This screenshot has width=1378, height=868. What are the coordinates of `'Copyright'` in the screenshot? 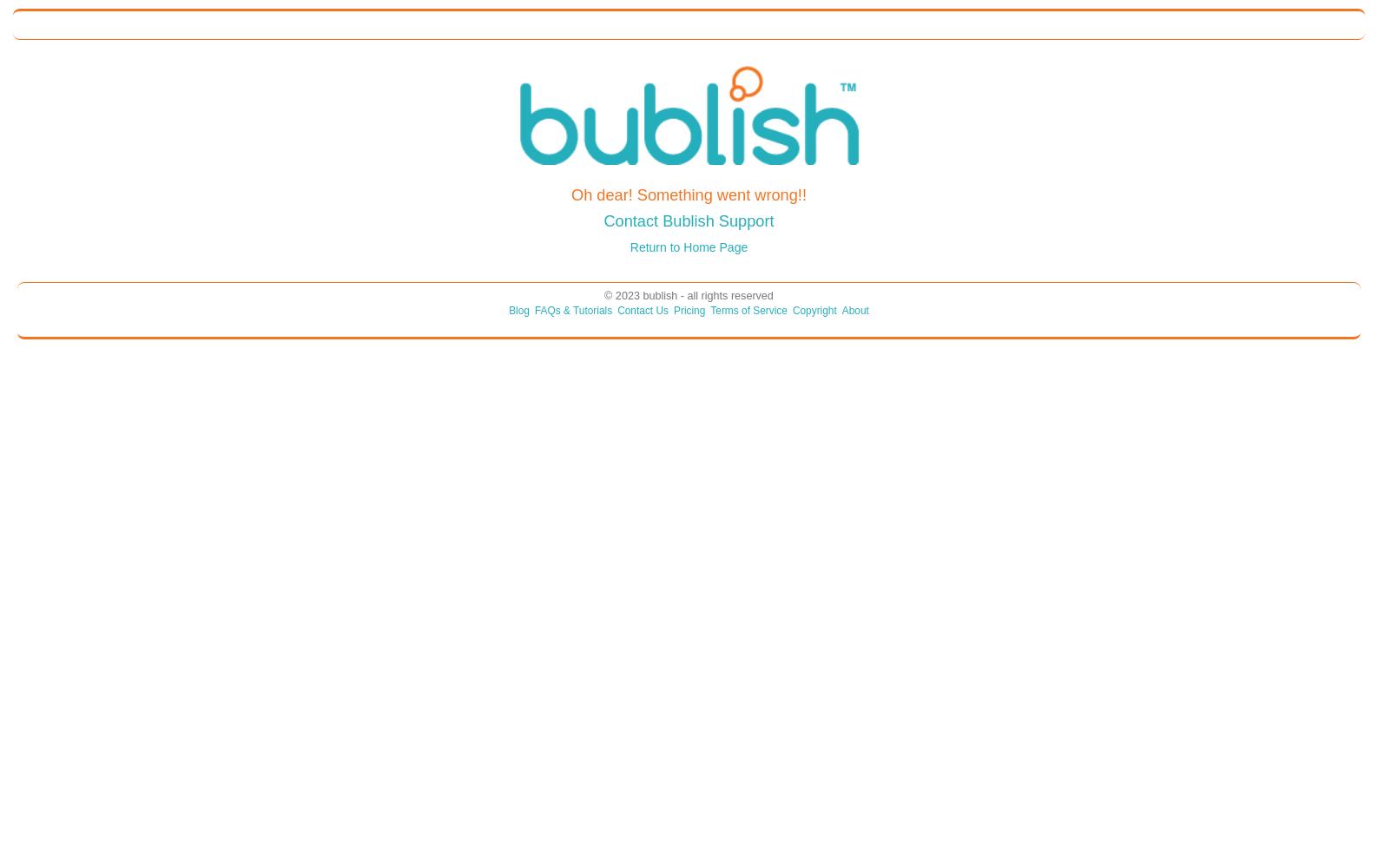 It's located at (814, 310).